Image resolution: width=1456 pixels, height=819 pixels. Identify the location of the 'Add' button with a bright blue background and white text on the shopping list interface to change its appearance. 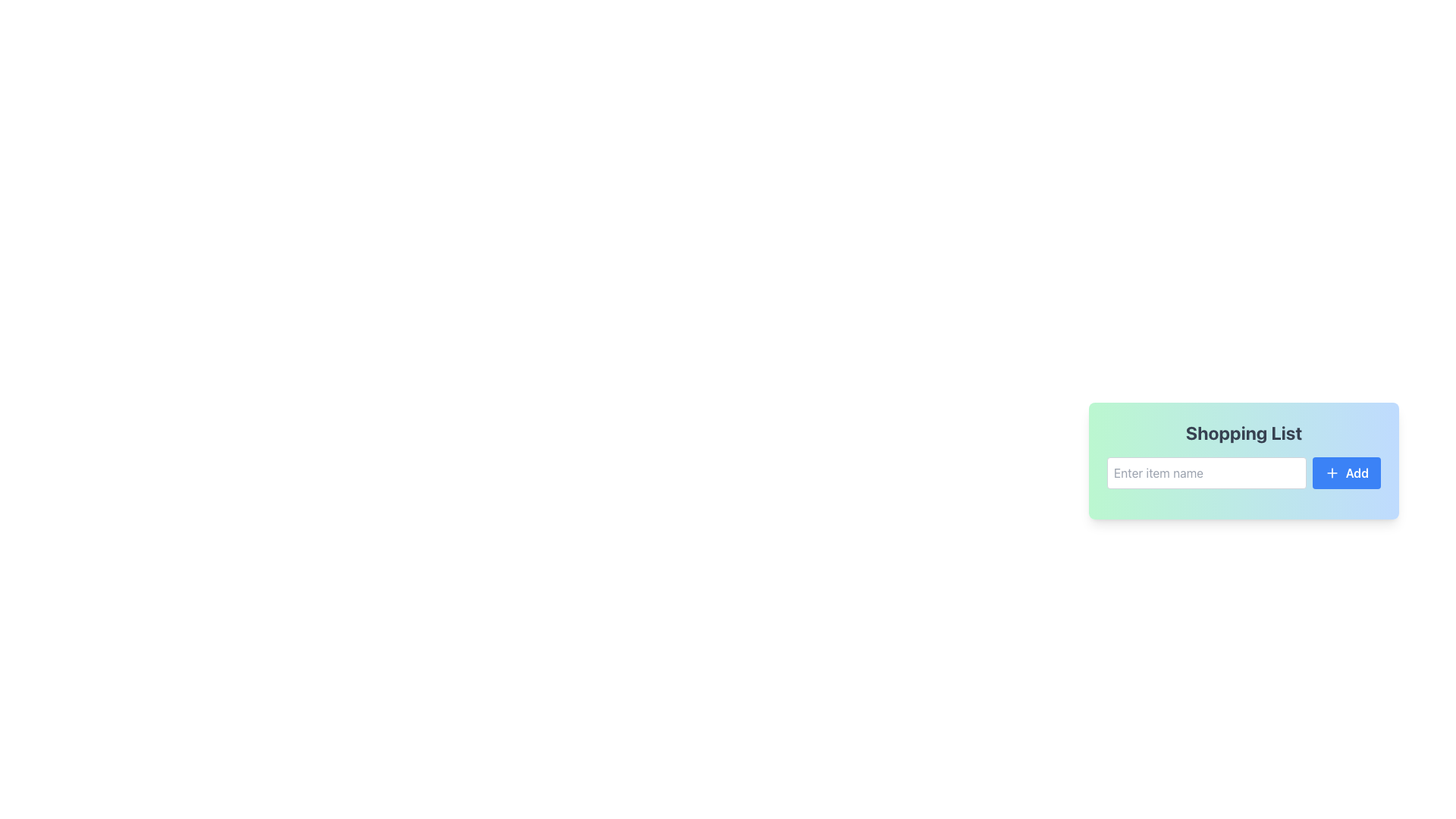
(1346, 472).